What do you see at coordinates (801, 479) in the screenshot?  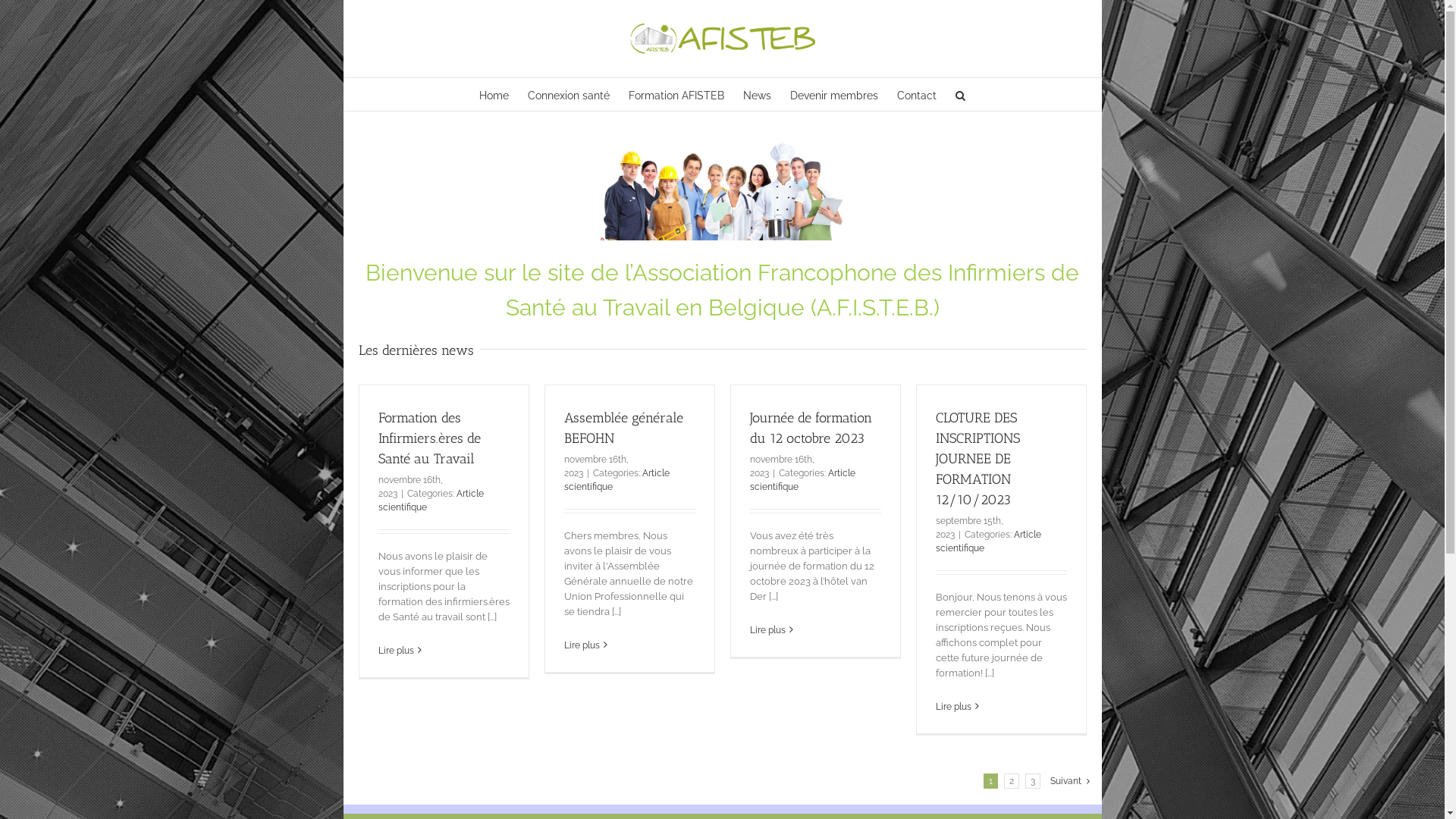 I see `'Article scientifique'` at bounding box center [801, 479].